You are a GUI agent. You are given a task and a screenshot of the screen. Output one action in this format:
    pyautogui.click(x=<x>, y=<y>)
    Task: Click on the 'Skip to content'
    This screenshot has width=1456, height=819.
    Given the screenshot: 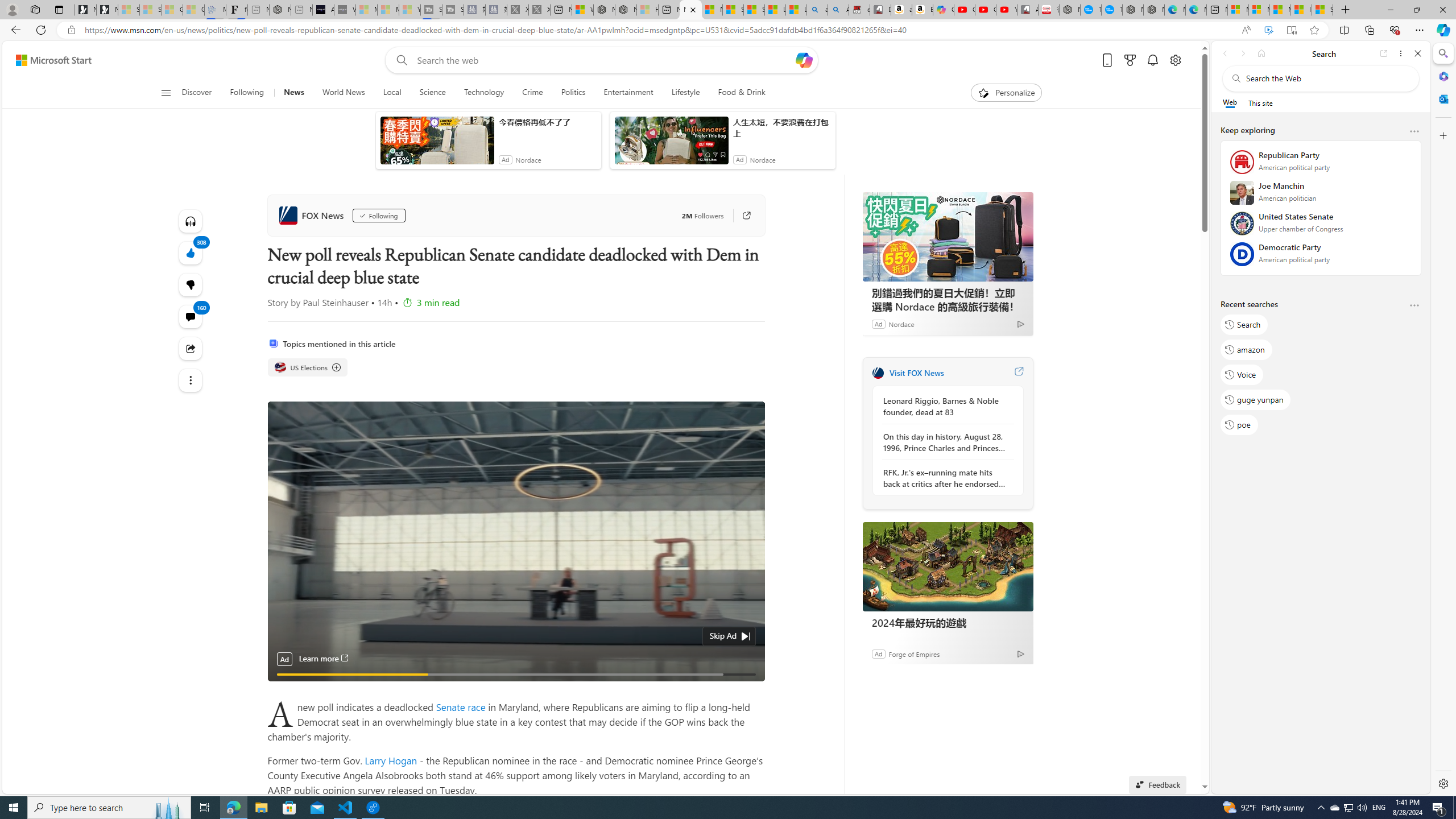 What is the action you would take?
    pyautogui.click(x=49, y=59)
    